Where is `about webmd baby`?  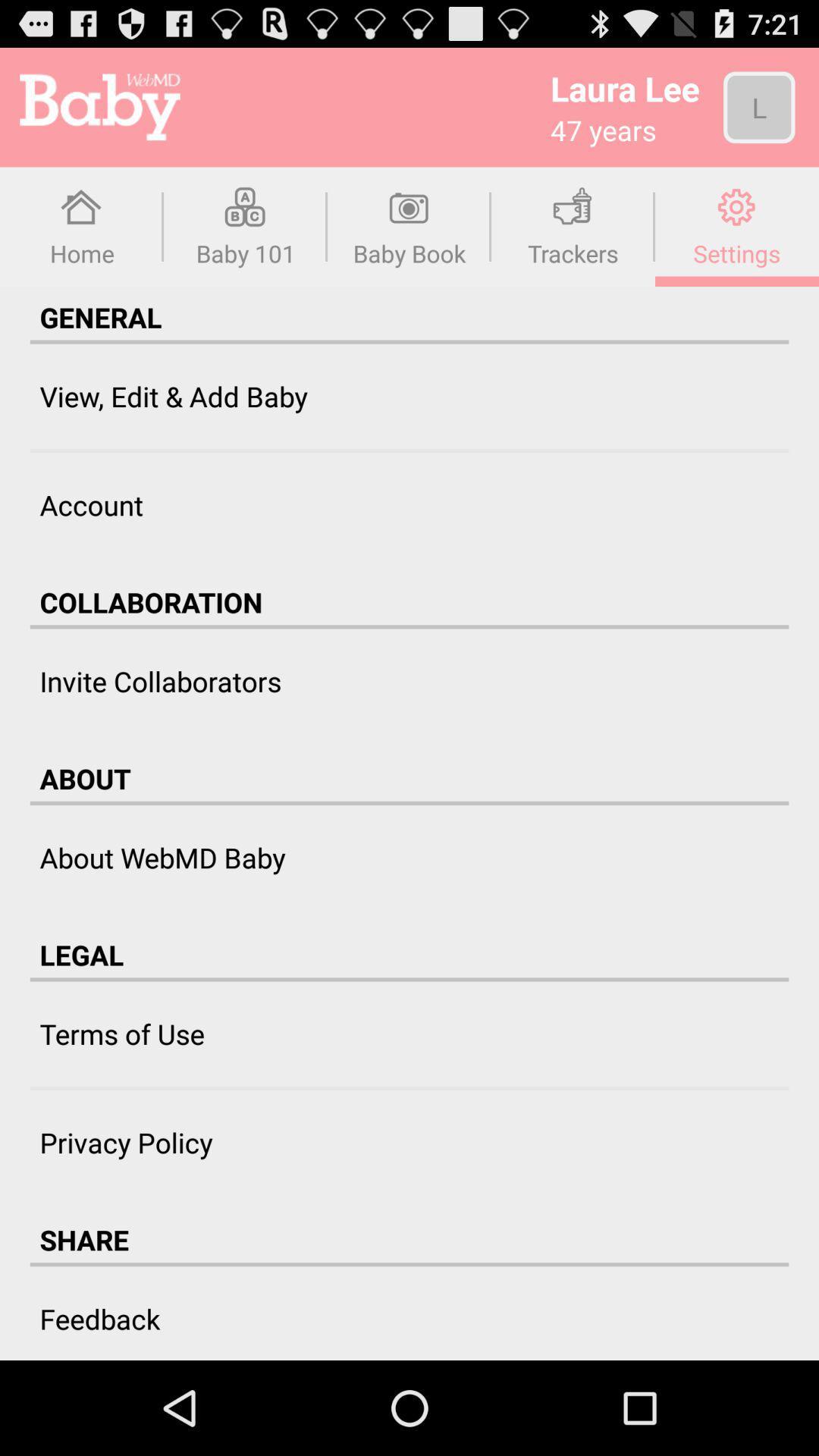 about webmd baby is located at coordinates (162, 858).